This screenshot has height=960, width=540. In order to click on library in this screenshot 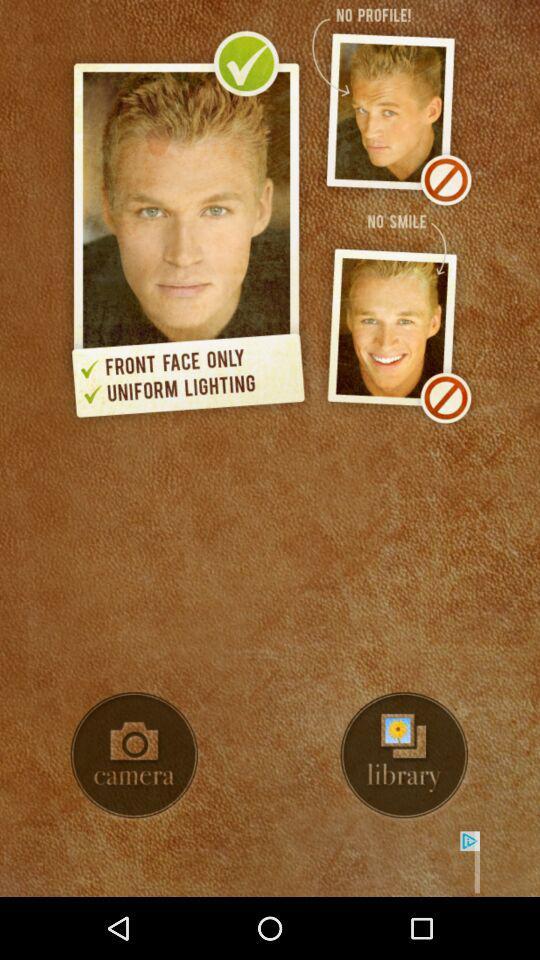, I will do `click(405, 754)`.